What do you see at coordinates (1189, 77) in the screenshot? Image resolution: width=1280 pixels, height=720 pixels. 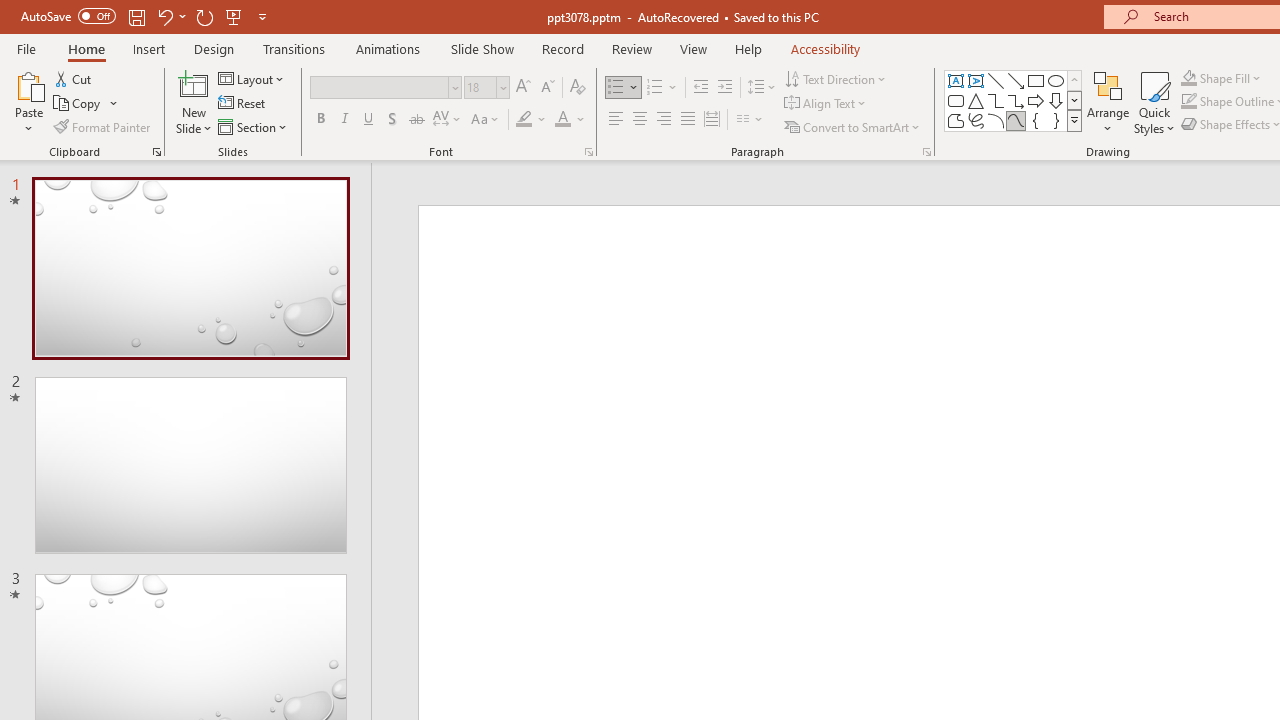 I see `'Shape Fill Dark Green, Accent 2'` at bounding box center [1189, 77].